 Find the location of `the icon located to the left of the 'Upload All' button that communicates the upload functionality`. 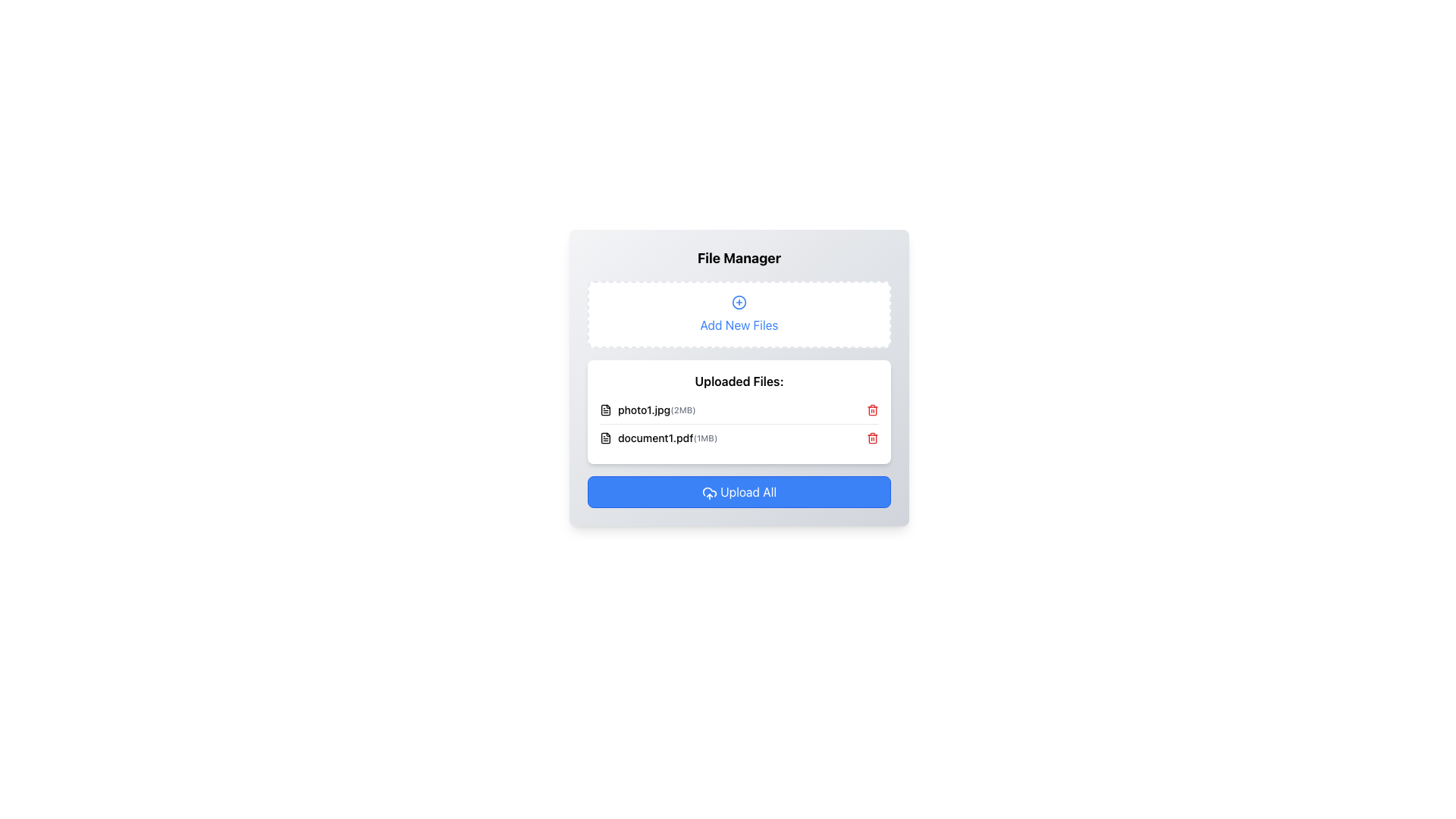

the icon located to the left of the 'Upload All' button that communicates the upload functionality is located at coordinates (709, 493).